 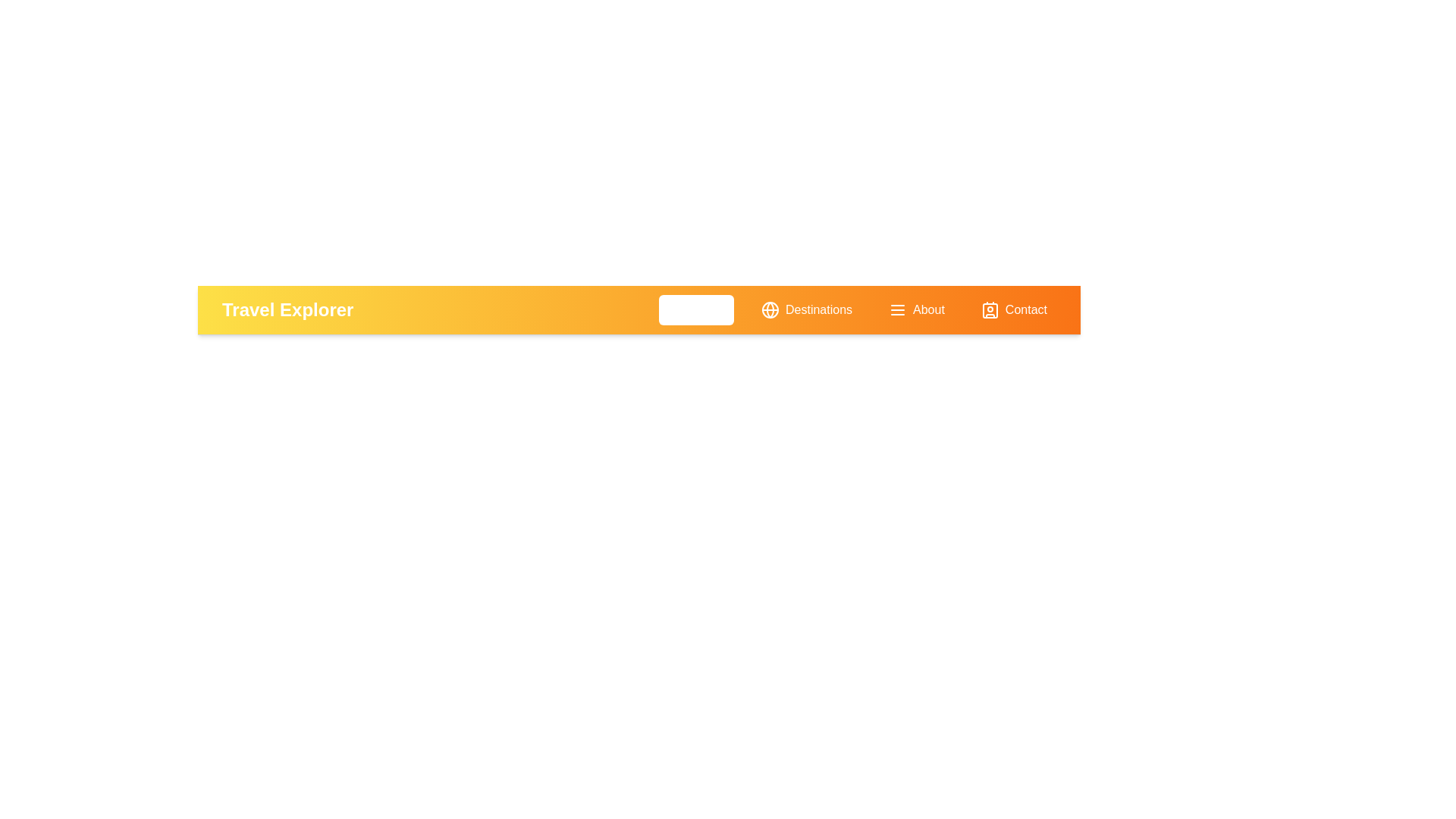 What do you see at coordinates (770, 309) in the screenshot?
I see `the SVG circle element representing a globe icon, located in the menu bar between a text label and other menu items` at bounding box center [770, 309].